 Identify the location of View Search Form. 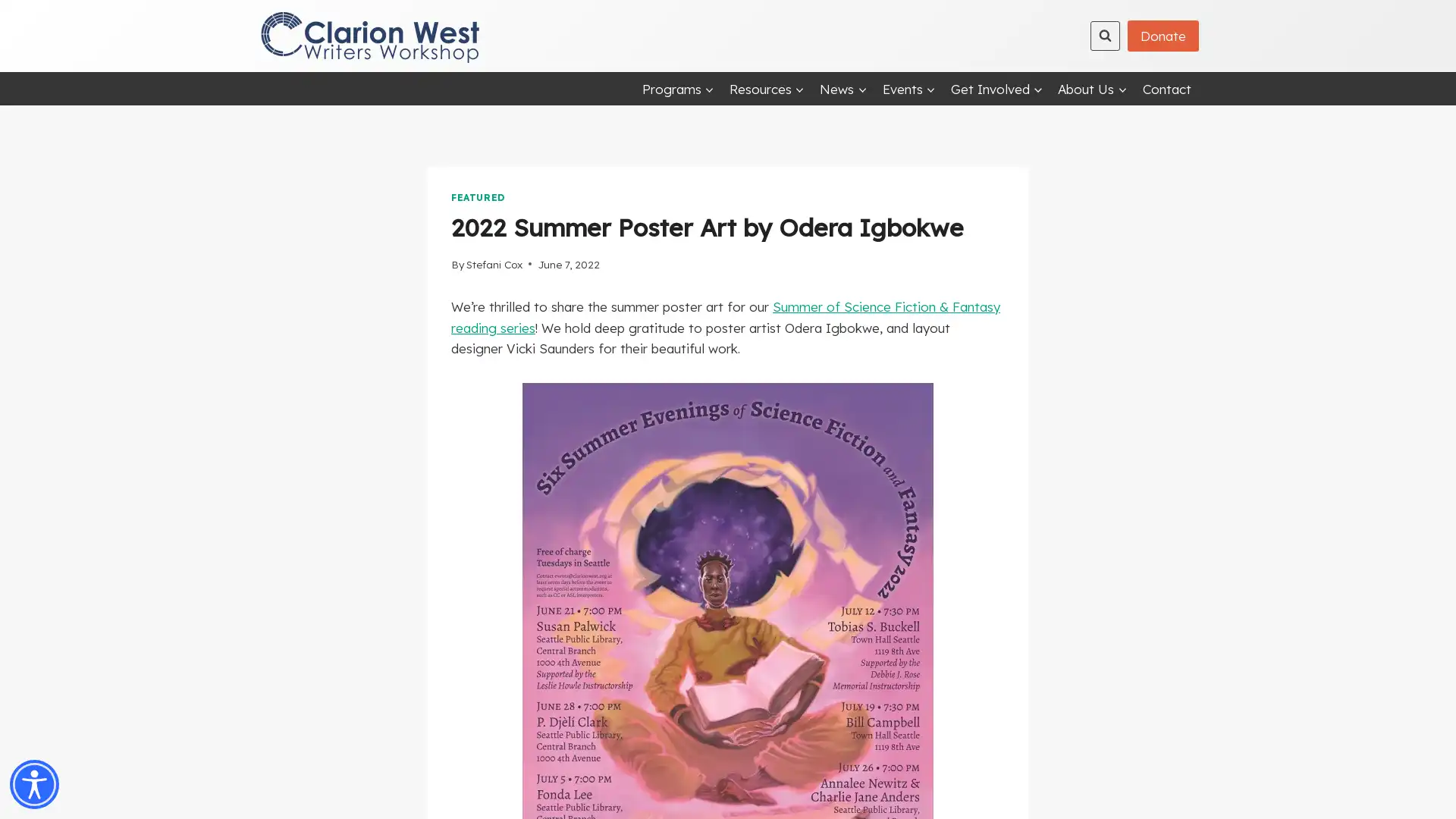
(1105, 34).